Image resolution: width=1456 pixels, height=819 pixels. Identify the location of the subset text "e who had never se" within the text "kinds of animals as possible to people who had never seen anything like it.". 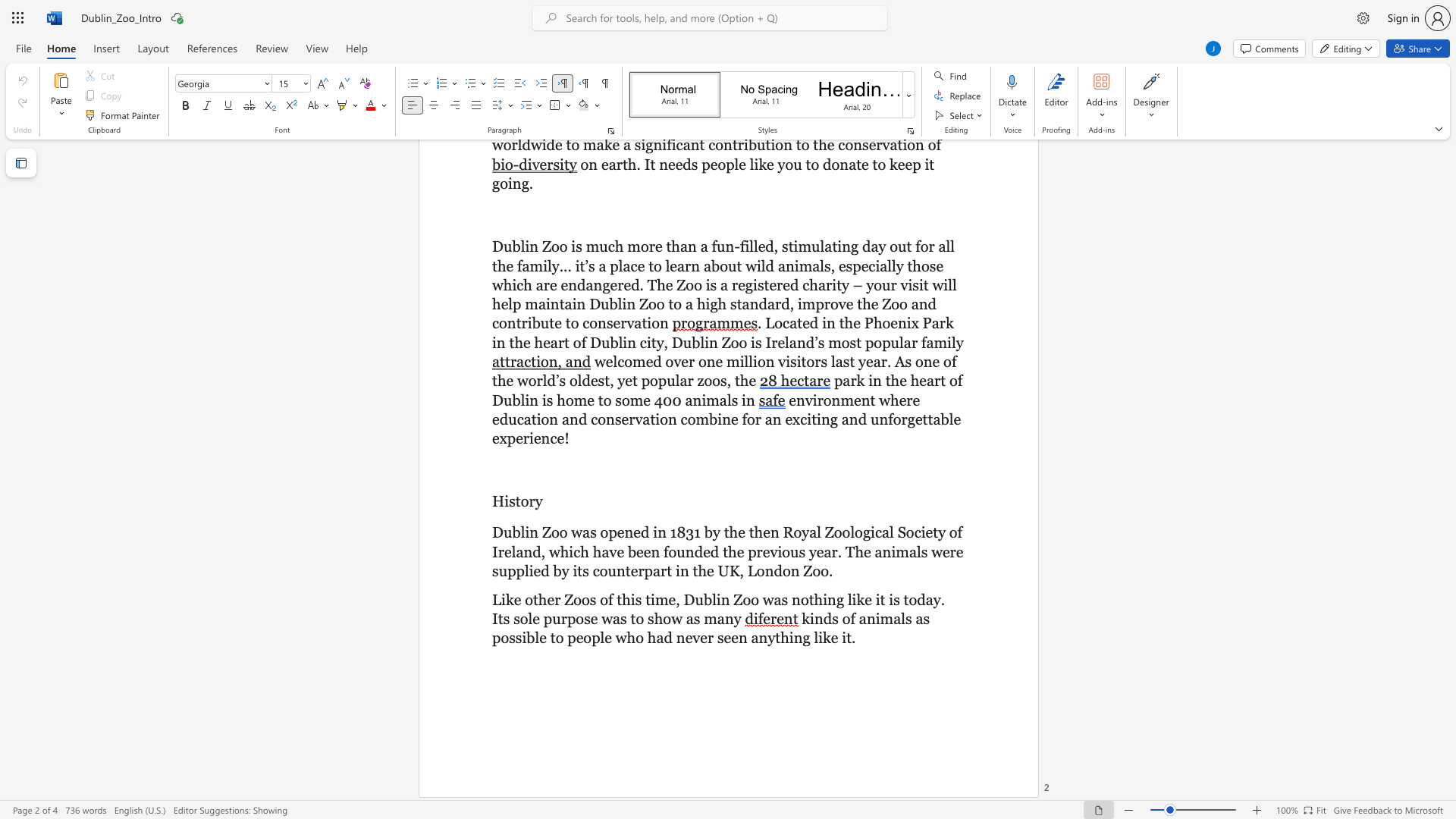
(604, 638).